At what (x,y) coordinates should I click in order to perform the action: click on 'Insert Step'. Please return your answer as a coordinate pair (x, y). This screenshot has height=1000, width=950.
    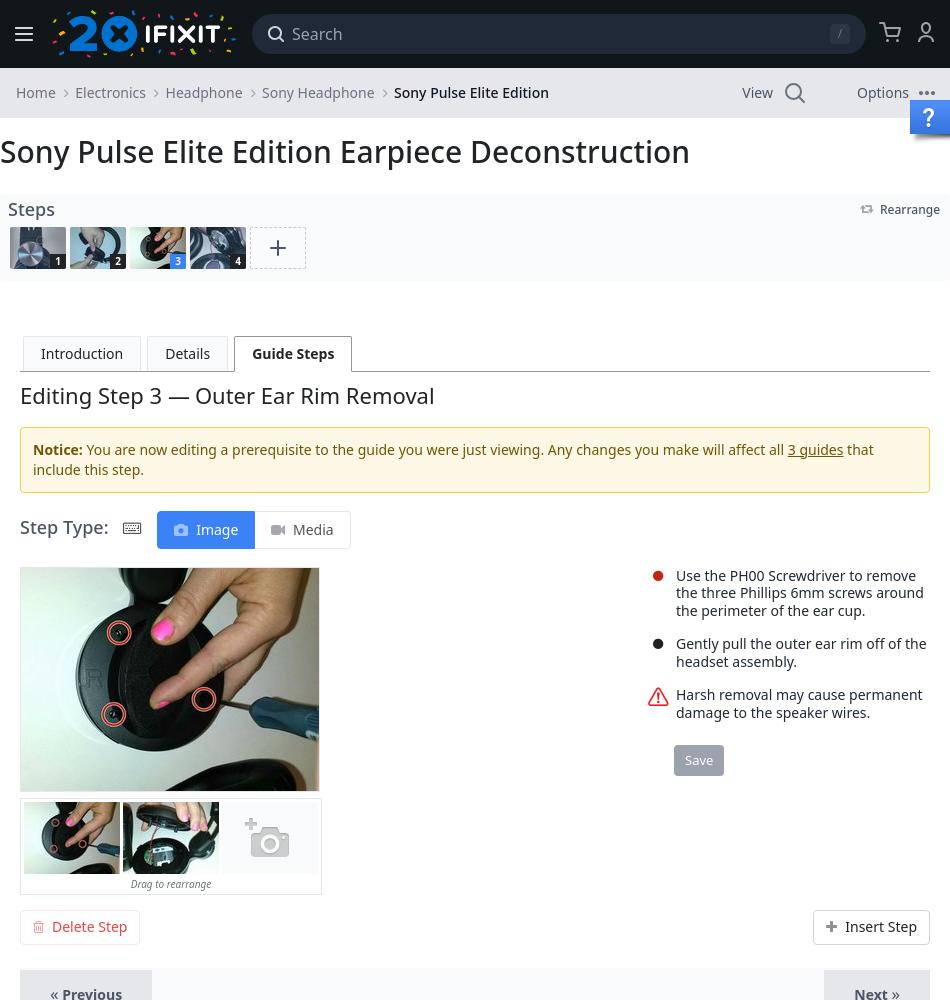
    Looking at the image, I should click on (880, 925).